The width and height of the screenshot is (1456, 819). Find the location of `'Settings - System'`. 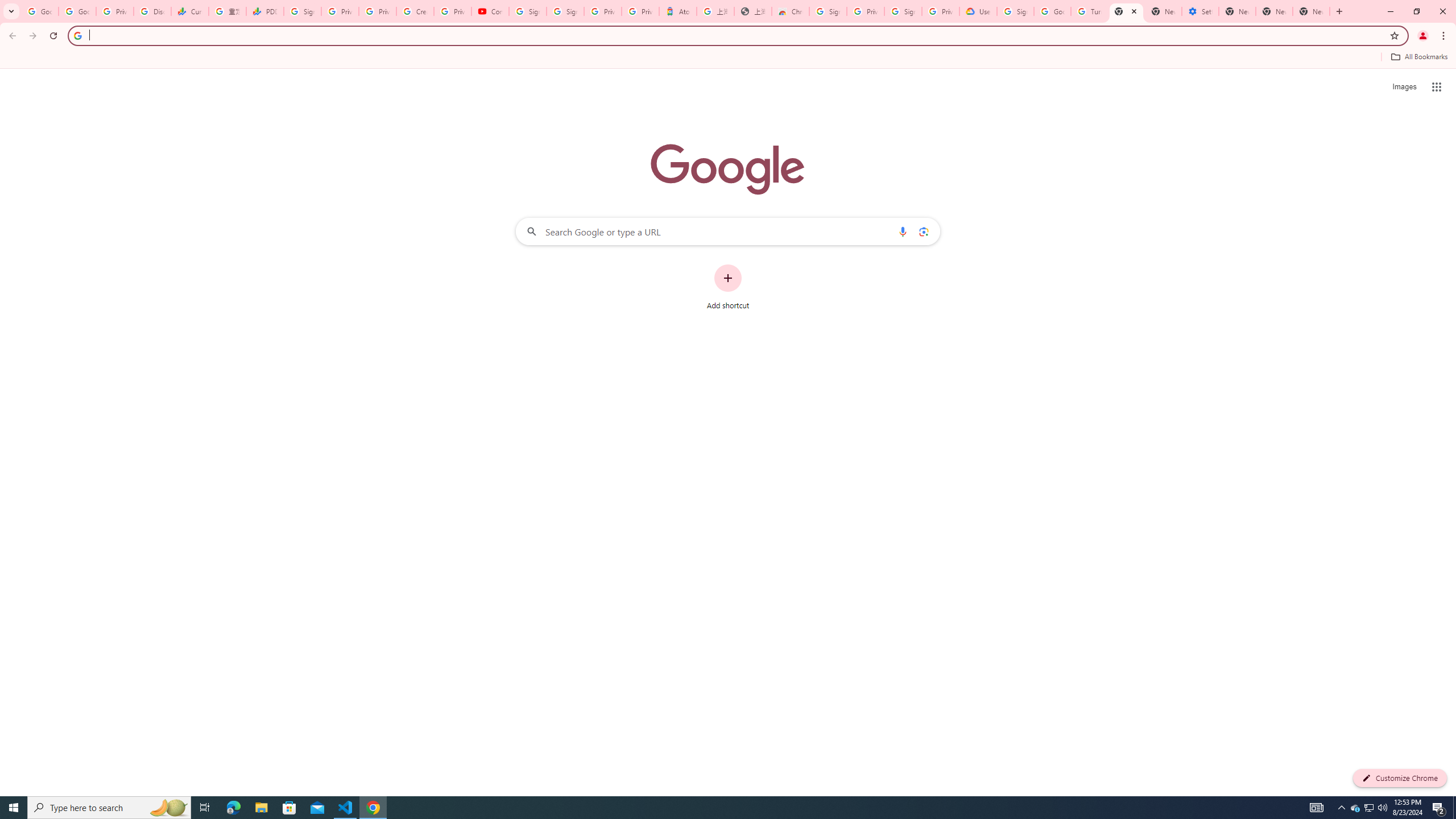

'Settings - System' is located at coordinates (1199, 11).